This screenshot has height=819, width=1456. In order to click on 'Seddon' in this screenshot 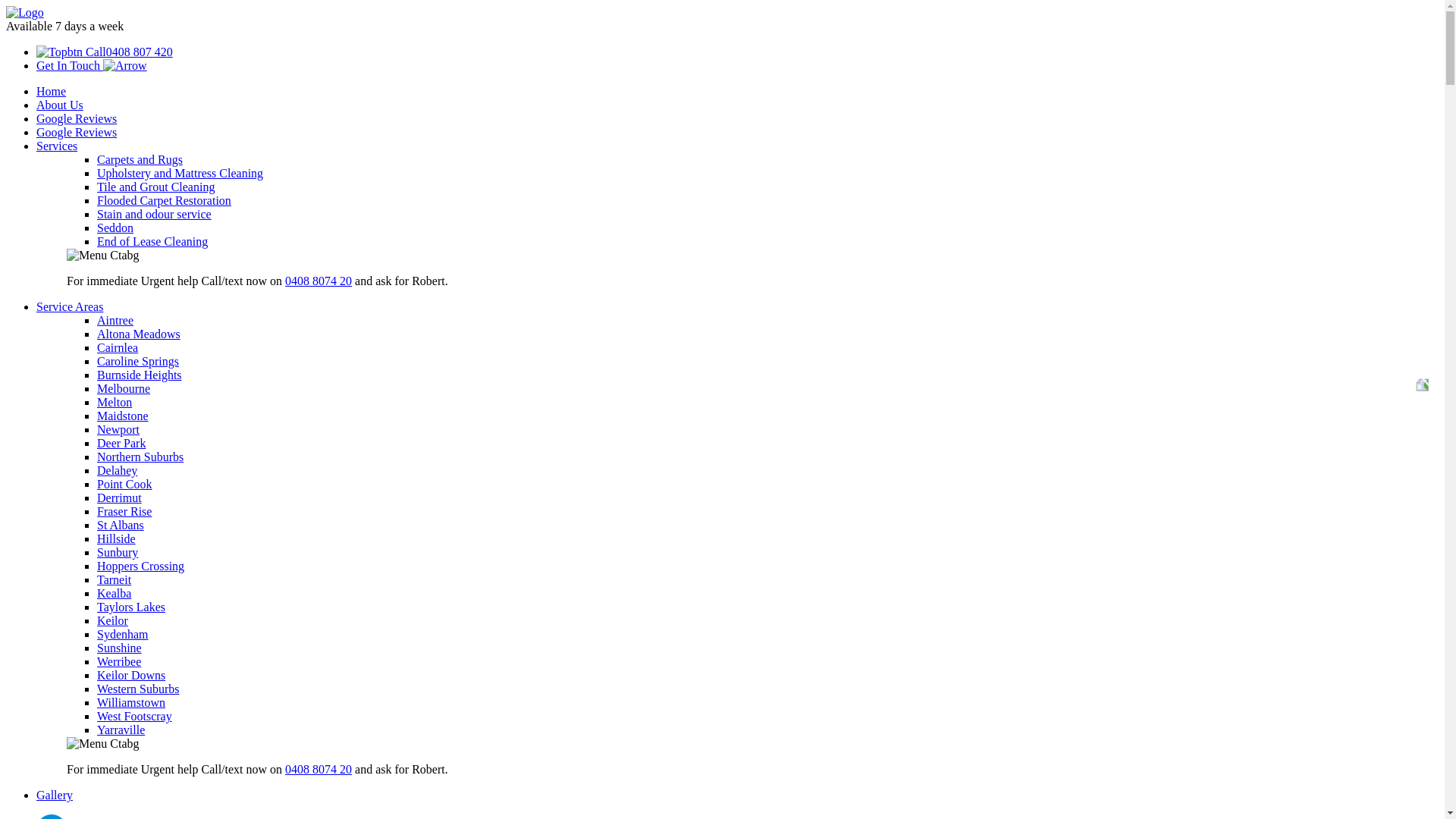, I will do `click(115, 227)`.